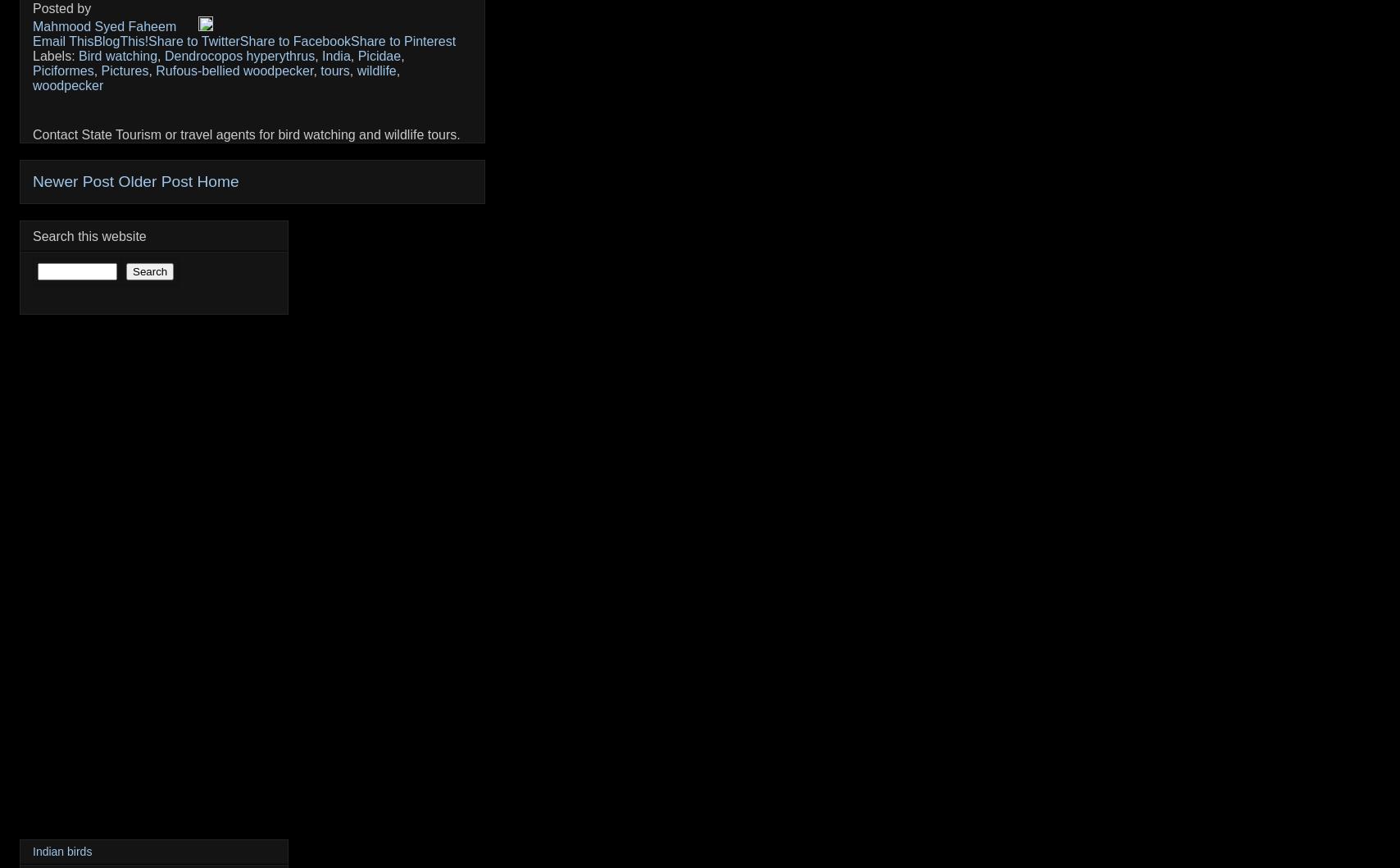  I want to click on 'Home', so click(217, 181).